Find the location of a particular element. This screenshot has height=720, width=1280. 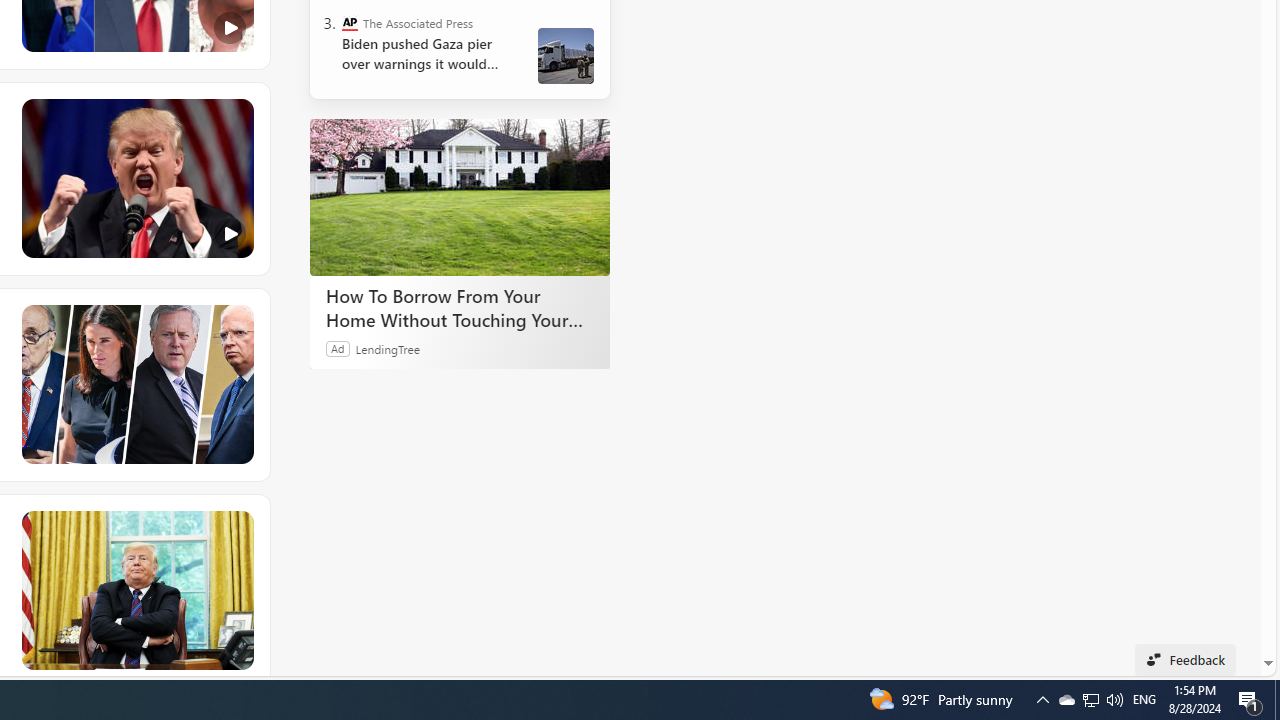

'The Associated Press' is located at coordinates (350, 23).